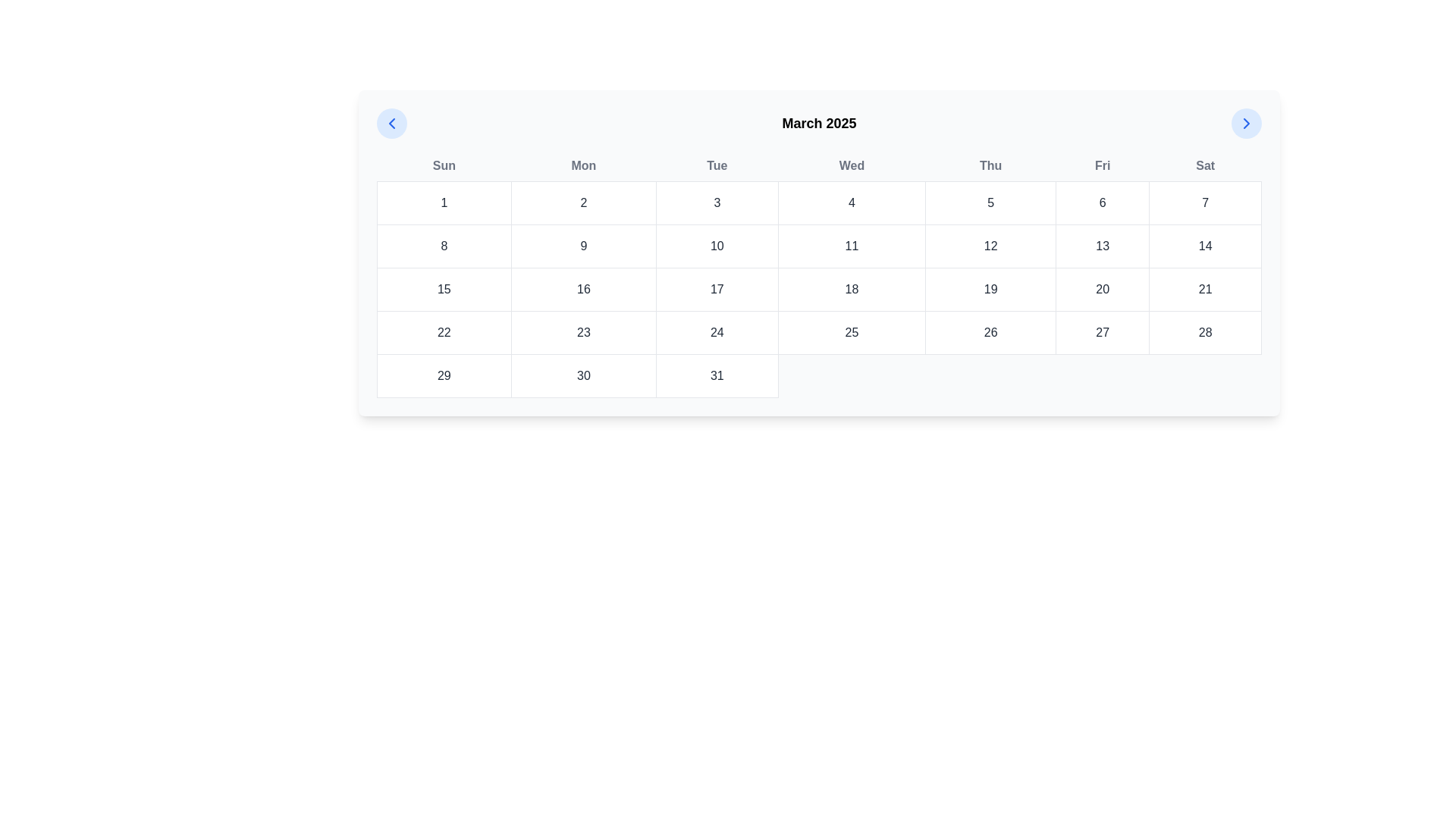 This screenshot has height=819, width=1456. What do you see at coordinates (443, 289) in the screenshot?
I see `the clickable calendar cell containing the text '15', which is styled with a white background and gray text, located in the first column of the third row of the calendar grid` at bounding box center [443, 289].